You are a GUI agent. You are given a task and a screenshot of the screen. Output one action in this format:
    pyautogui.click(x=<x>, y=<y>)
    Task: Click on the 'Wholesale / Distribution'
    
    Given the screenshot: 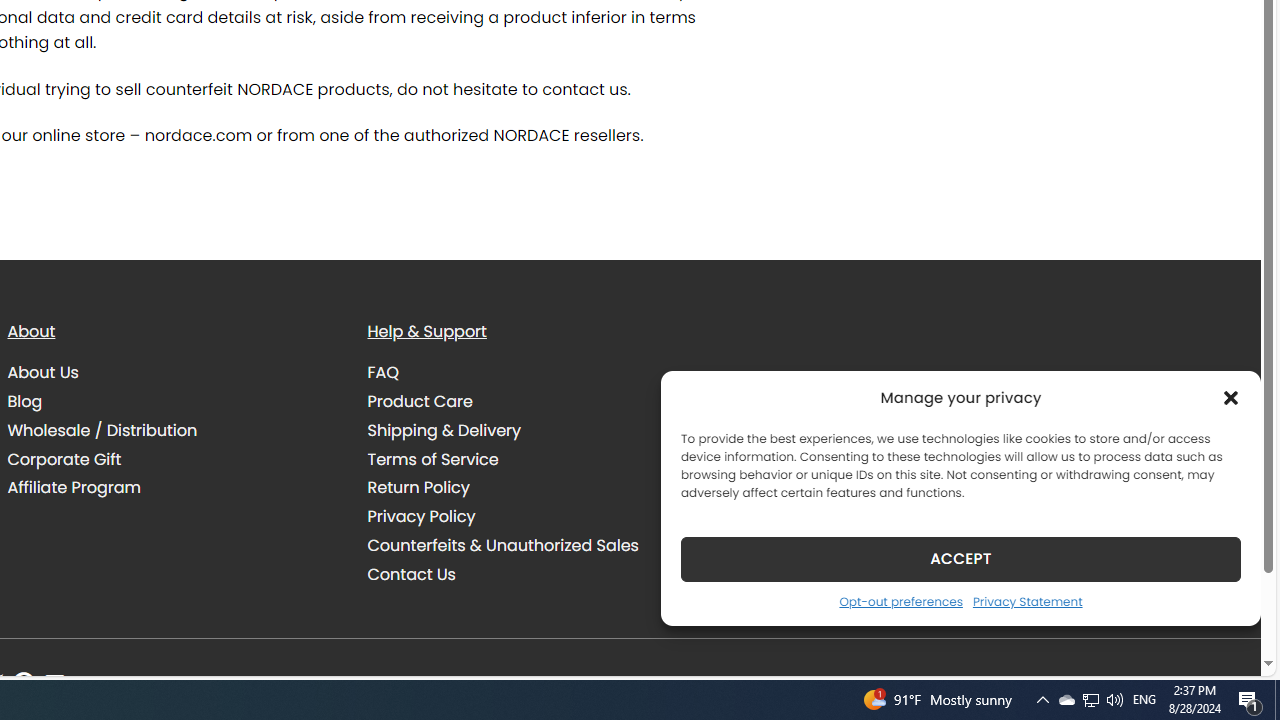 What is the action you would take?
    pyautogui.click(x=172, y=429)
    